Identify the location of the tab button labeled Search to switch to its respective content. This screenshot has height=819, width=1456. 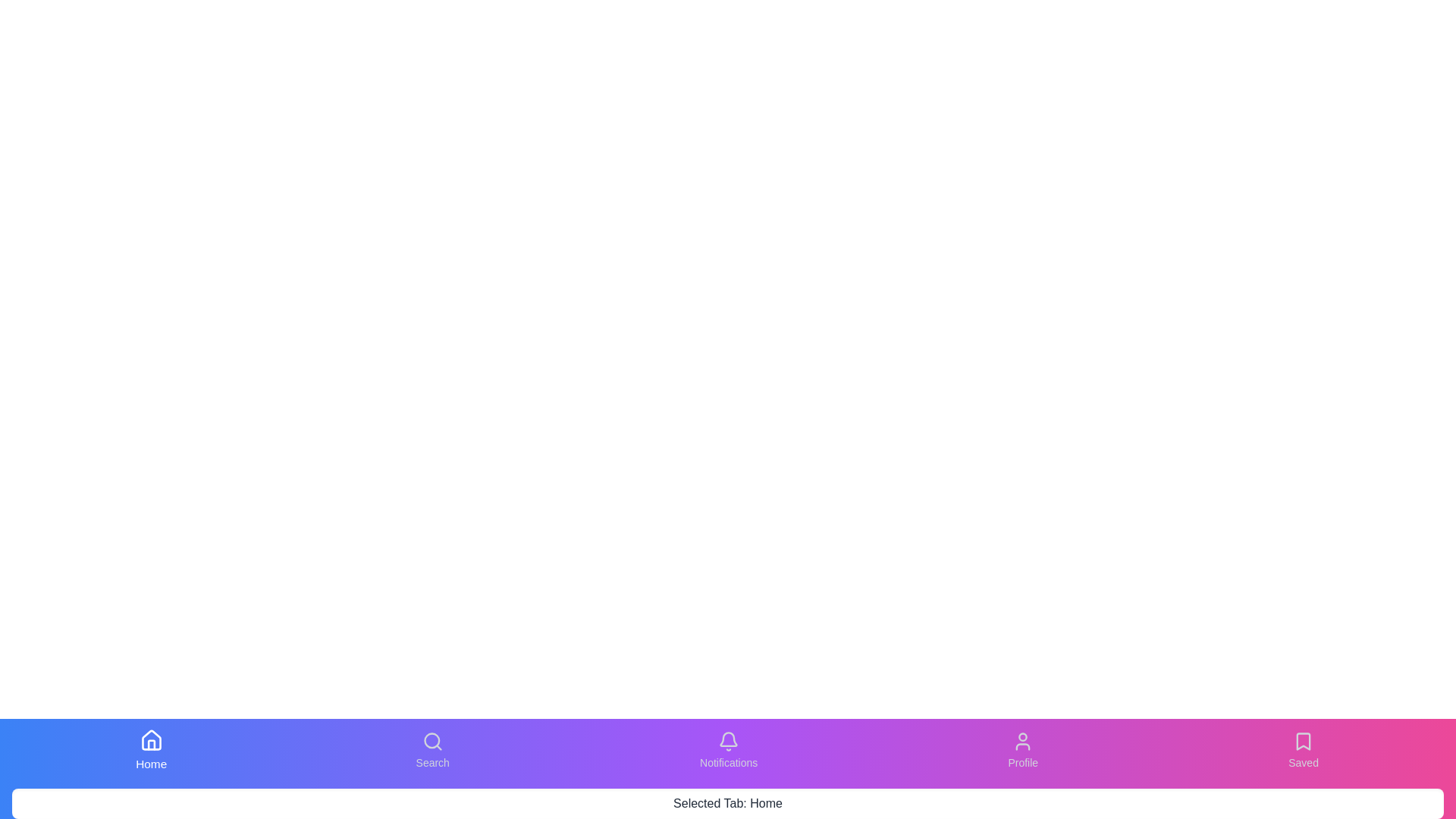
(431, 751).